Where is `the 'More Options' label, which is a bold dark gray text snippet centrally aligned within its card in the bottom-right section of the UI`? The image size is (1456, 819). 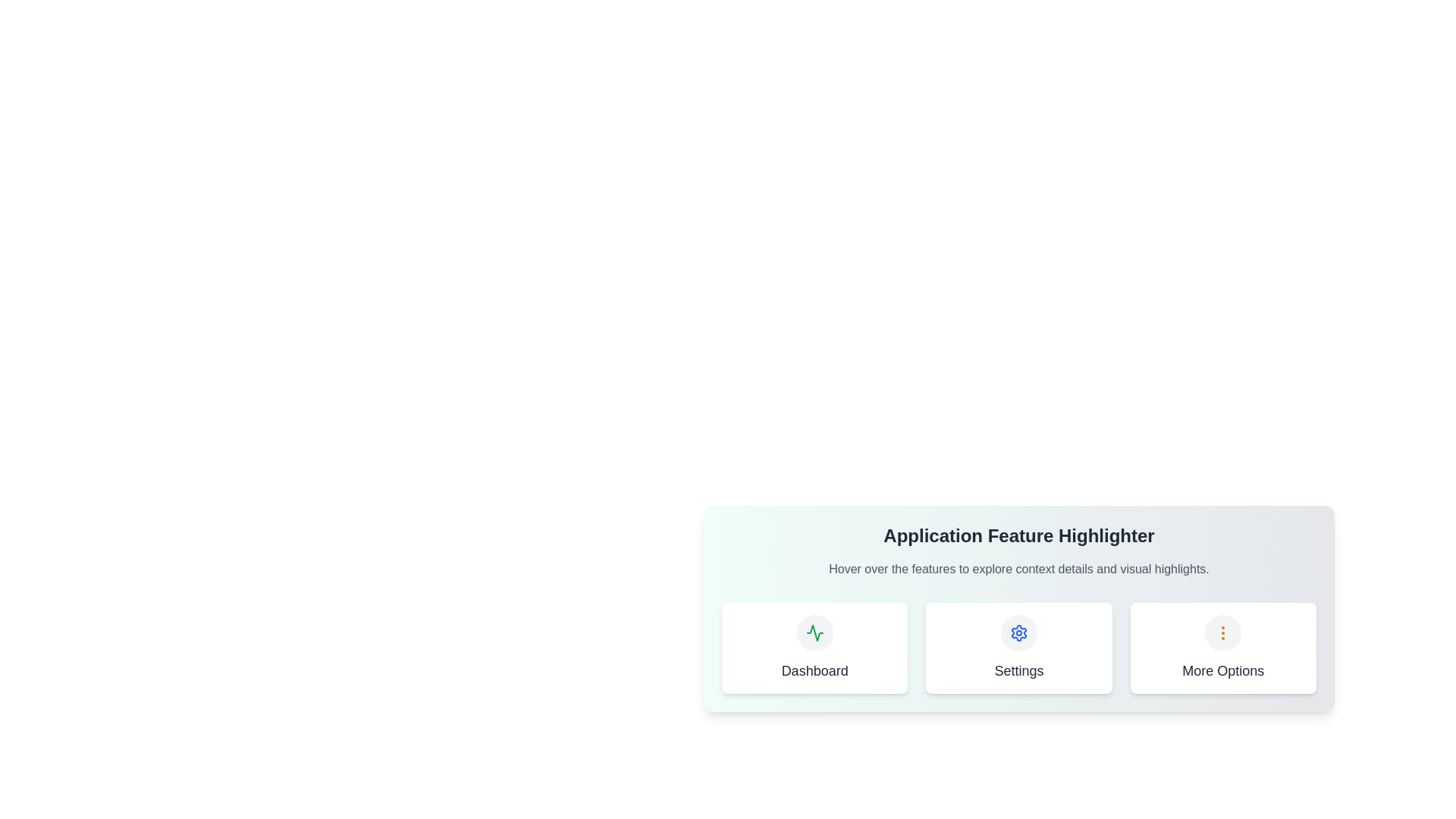
the 'More Options' label, which is a bold dark gray text snippet centrally aligned within its card in the bottom-right section of the UI is located at coordinates (1223, 670).